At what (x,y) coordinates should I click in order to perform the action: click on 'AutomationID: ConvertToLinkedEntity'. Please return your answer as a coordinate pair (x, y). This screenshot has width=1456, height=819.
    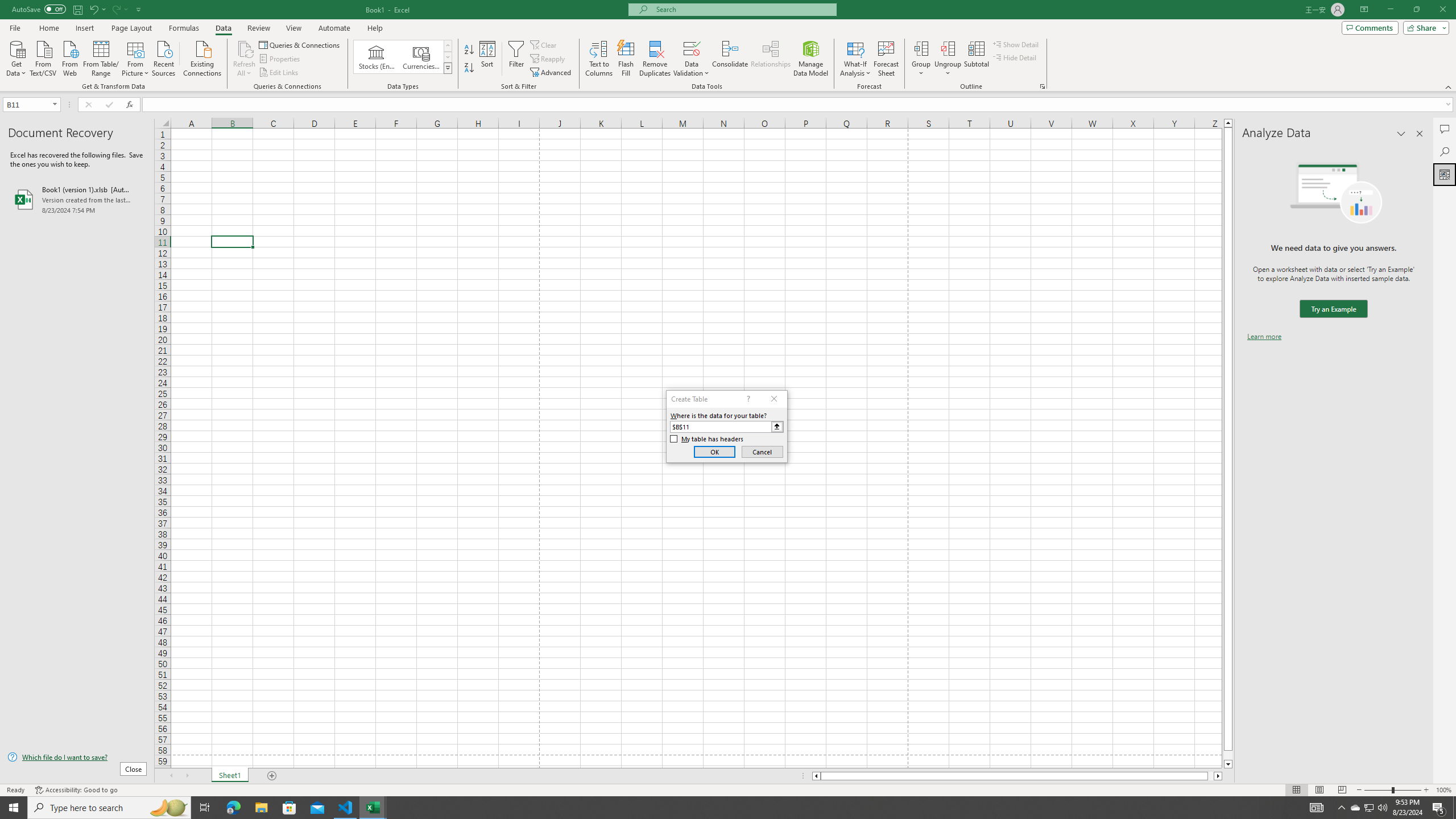
    Looking at the image, I should click on (403, 56).